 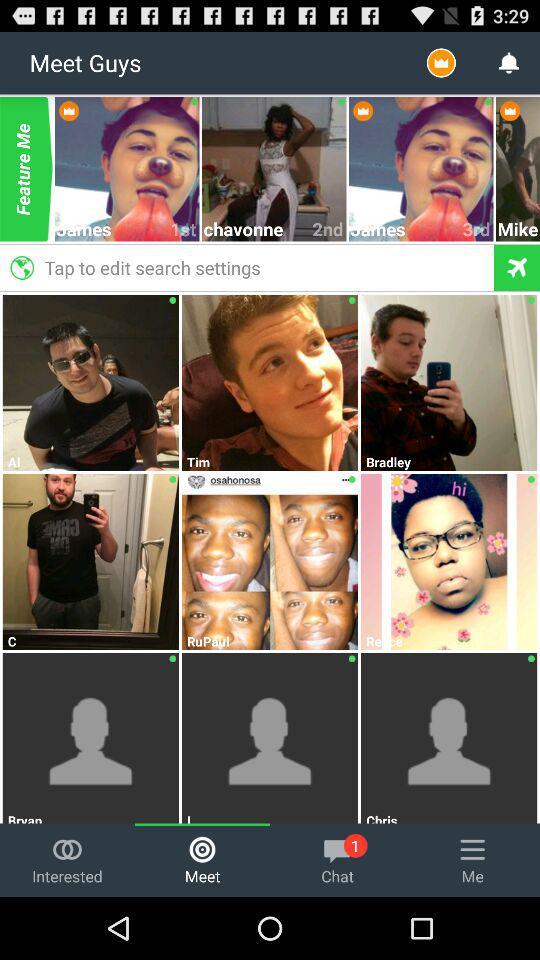 What do you see at coordinates (184, 229) in the screenshot?
I see `item to the right of the james item` at bounding box center [184, 229].